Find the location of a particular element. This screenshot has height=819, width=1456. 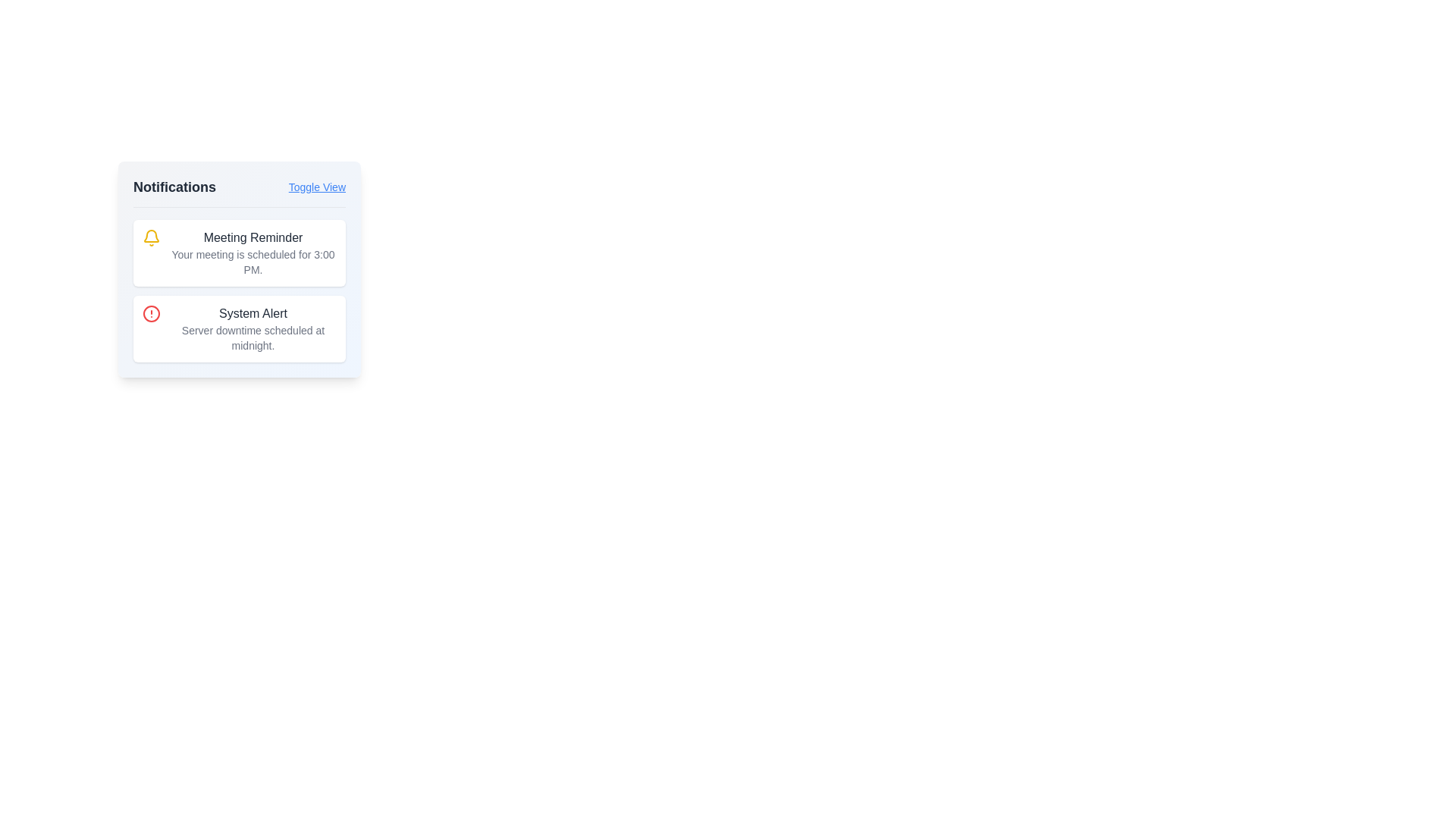

the alert icon located within the 'System Alert' notification card, positioned to the left of the text 'System Alert' and 'Server downtime scheduled at midnight.' is located at coordinates (152, 312).